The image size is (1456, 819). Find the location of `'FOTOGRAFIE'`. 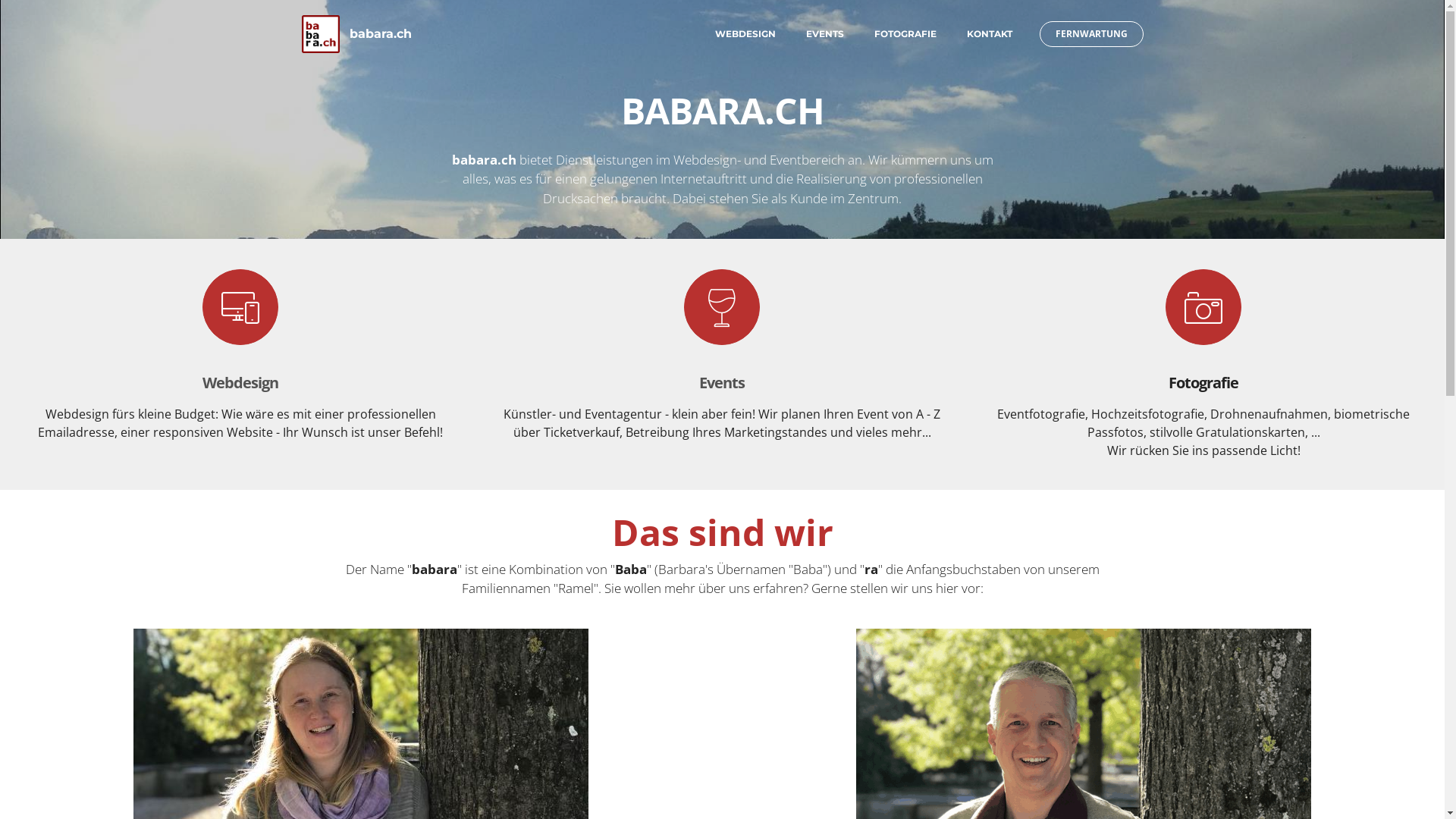

'FOTOGRAFIE' is located at coordinates (905, 34).